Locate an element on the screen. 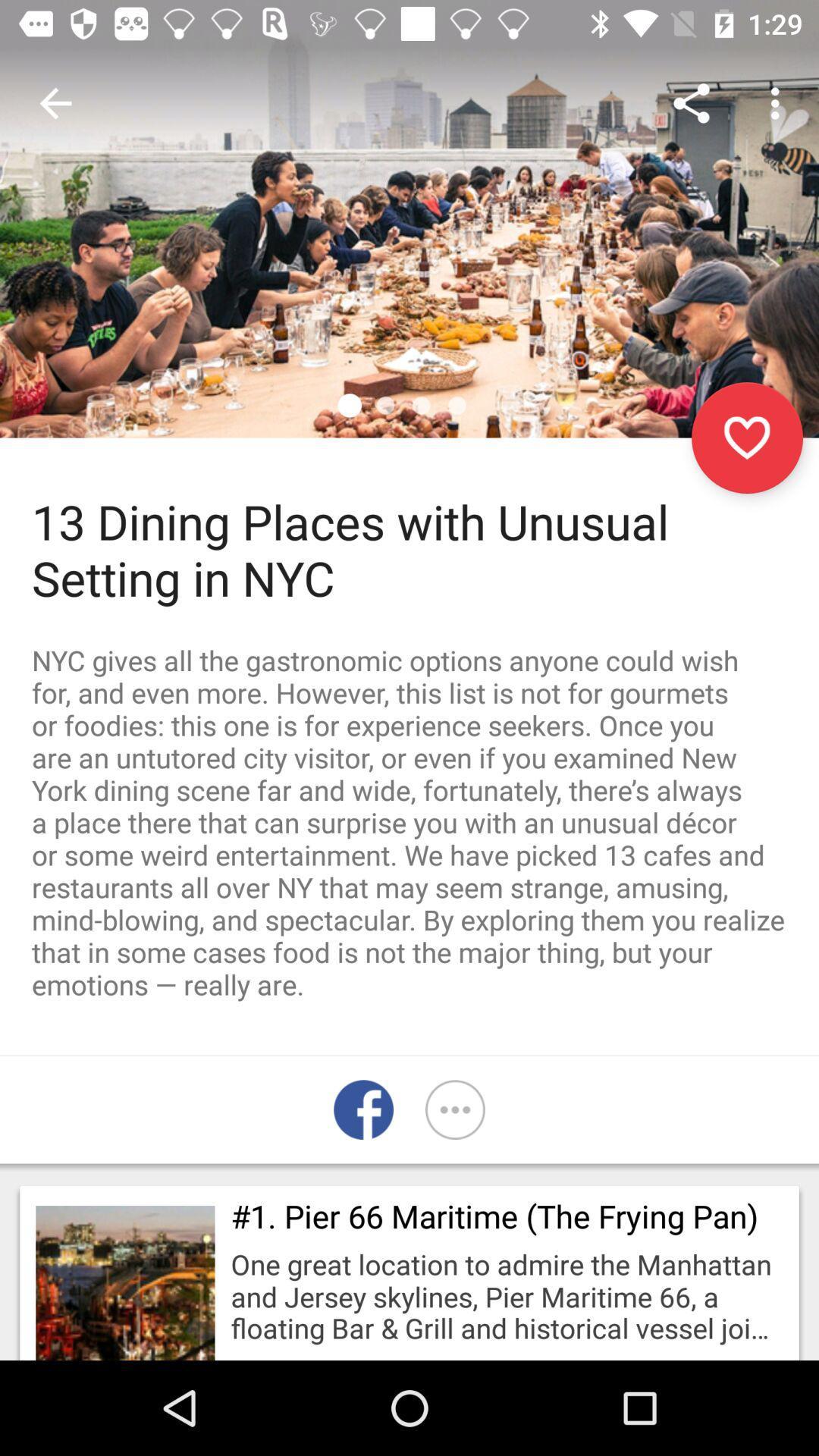  the facebook icon is located at coordinates (363, 1109).